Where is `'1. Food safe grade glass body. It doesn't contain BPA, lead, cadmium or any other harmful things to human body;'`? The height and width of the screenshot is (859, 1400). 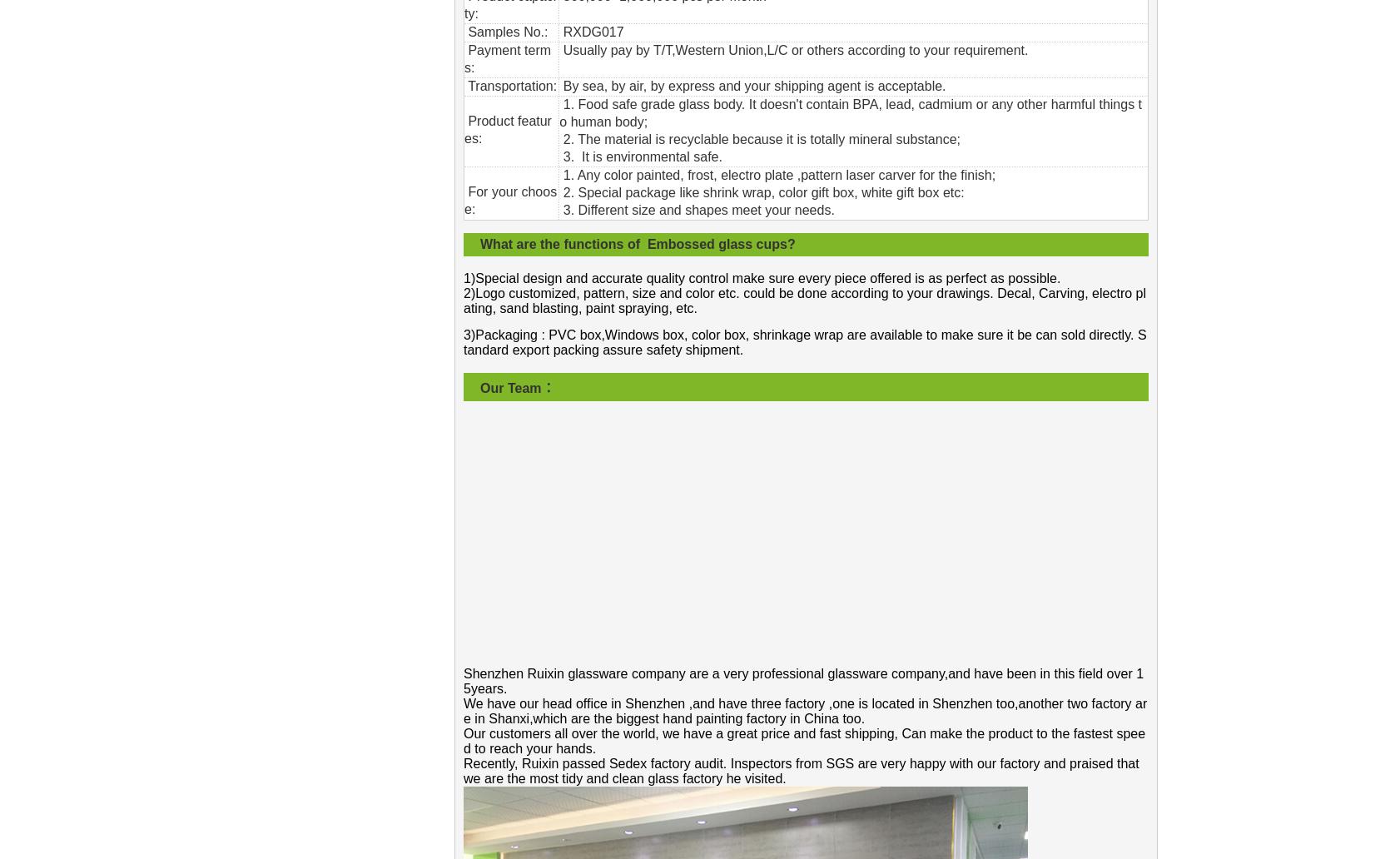 '1. Food safe grade glass body. It doesn't contain BPA, lead, cadmium or any other harmful things to human body;' is located at coordinates (849, 112).